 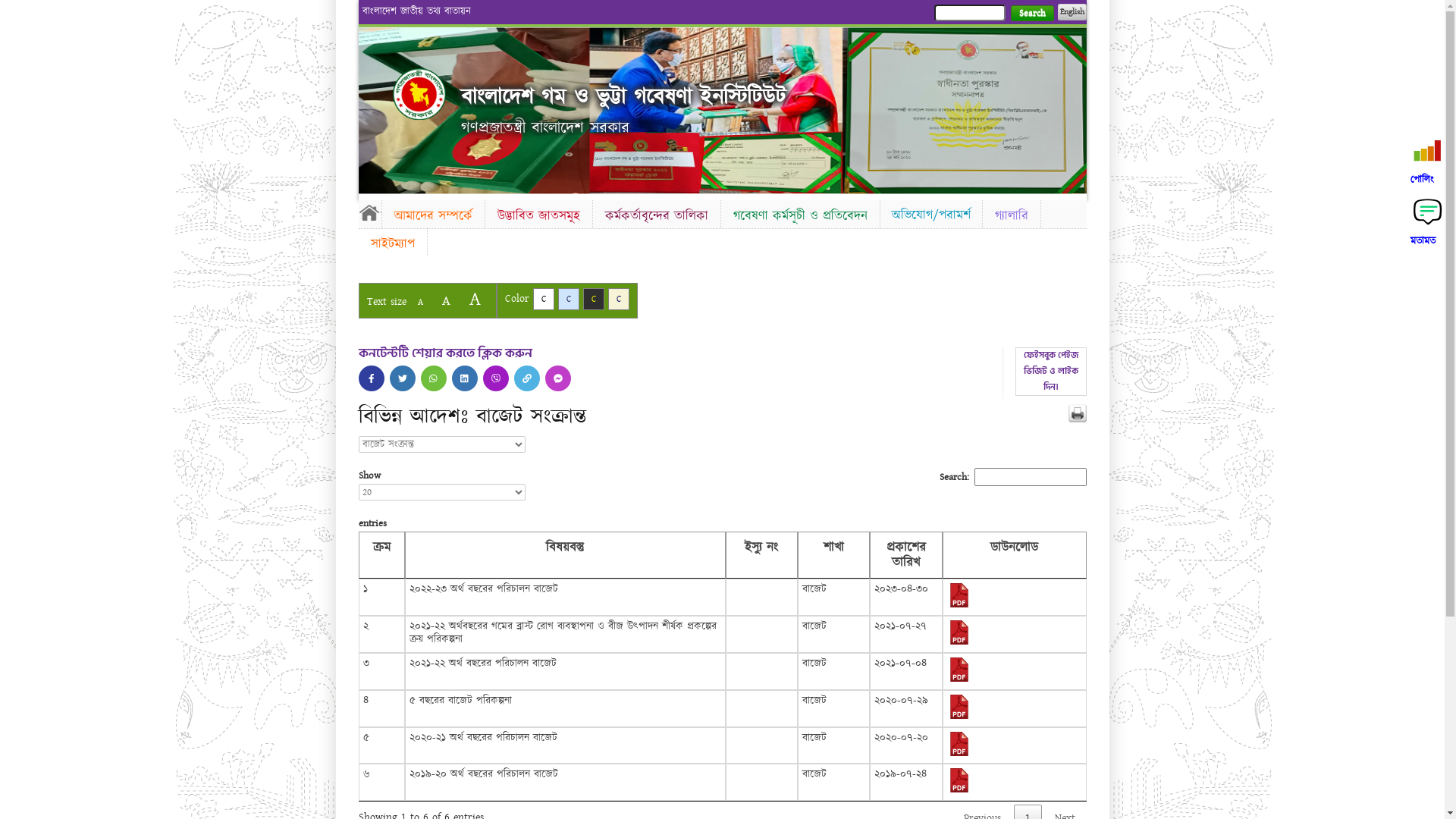 What do you see at coordinates (432, 300) in the screenshot?
I see `'A'` at bounding box center [432, 300].